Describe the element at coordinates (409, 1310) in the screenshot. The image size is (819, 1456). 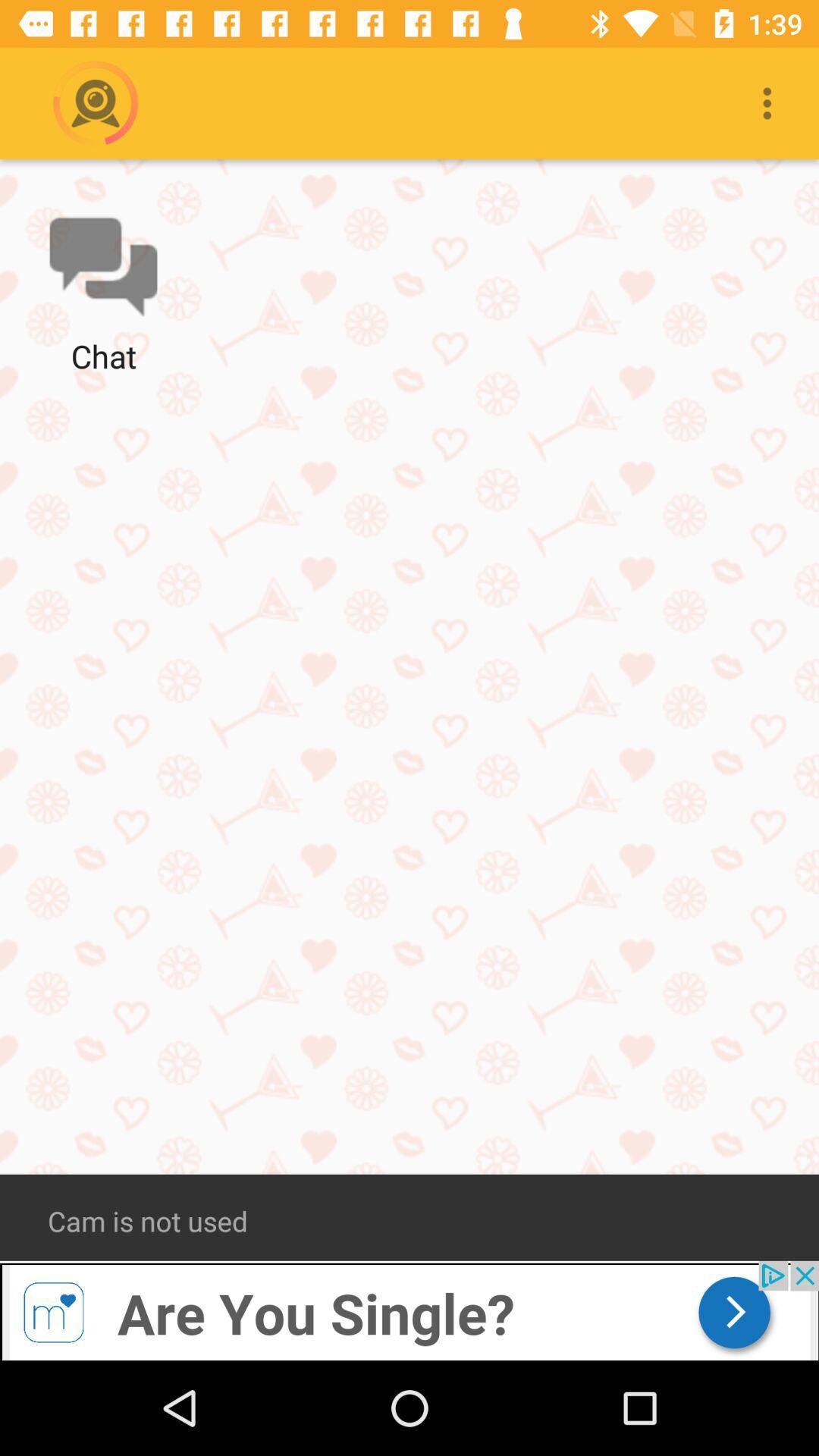
I see `advertisement` at that location.